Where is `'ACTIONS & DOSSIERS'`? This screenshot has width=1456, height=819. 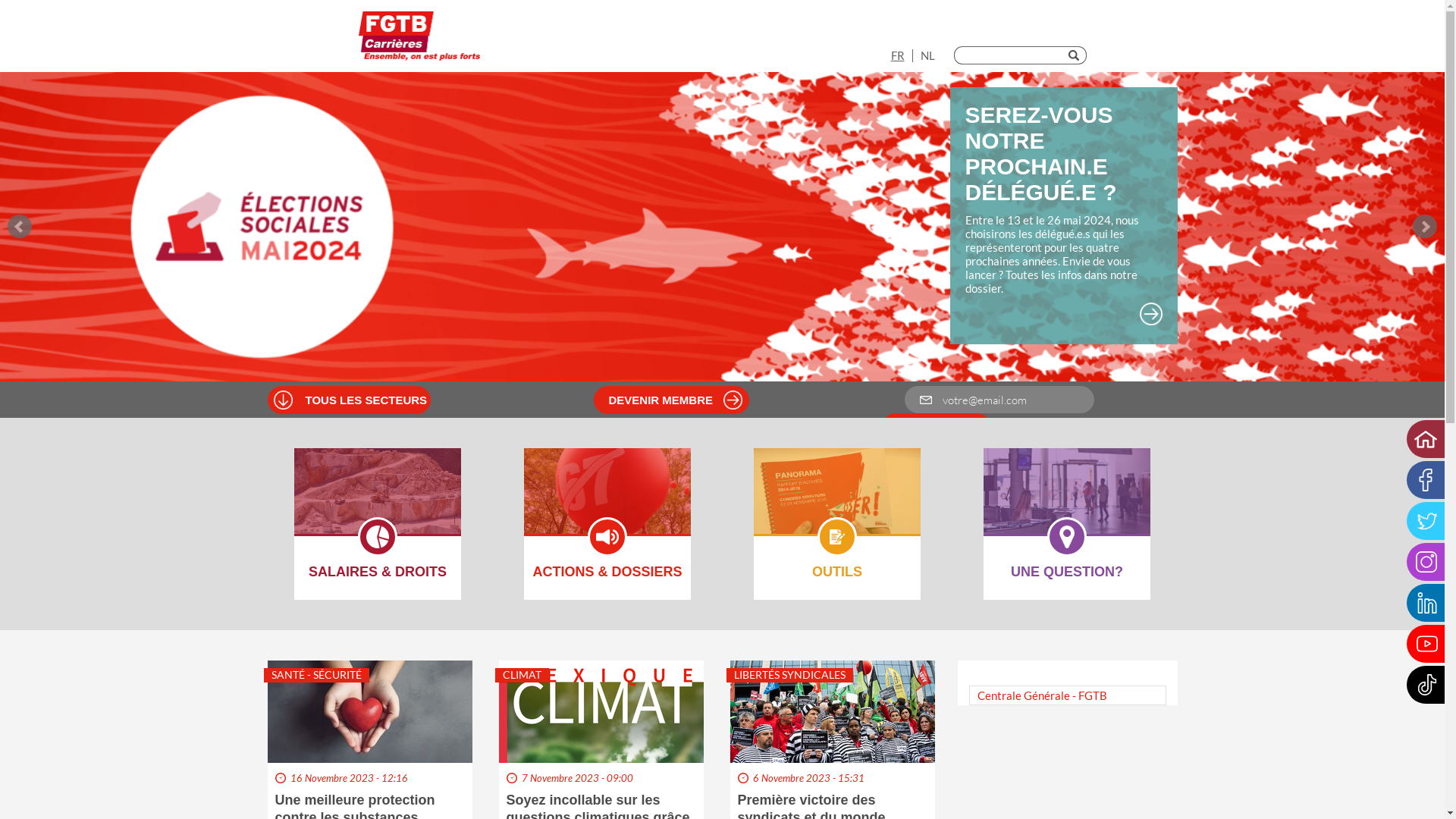 'ACTIONS & DOSSIERS' is located at coordinates (607, 500).